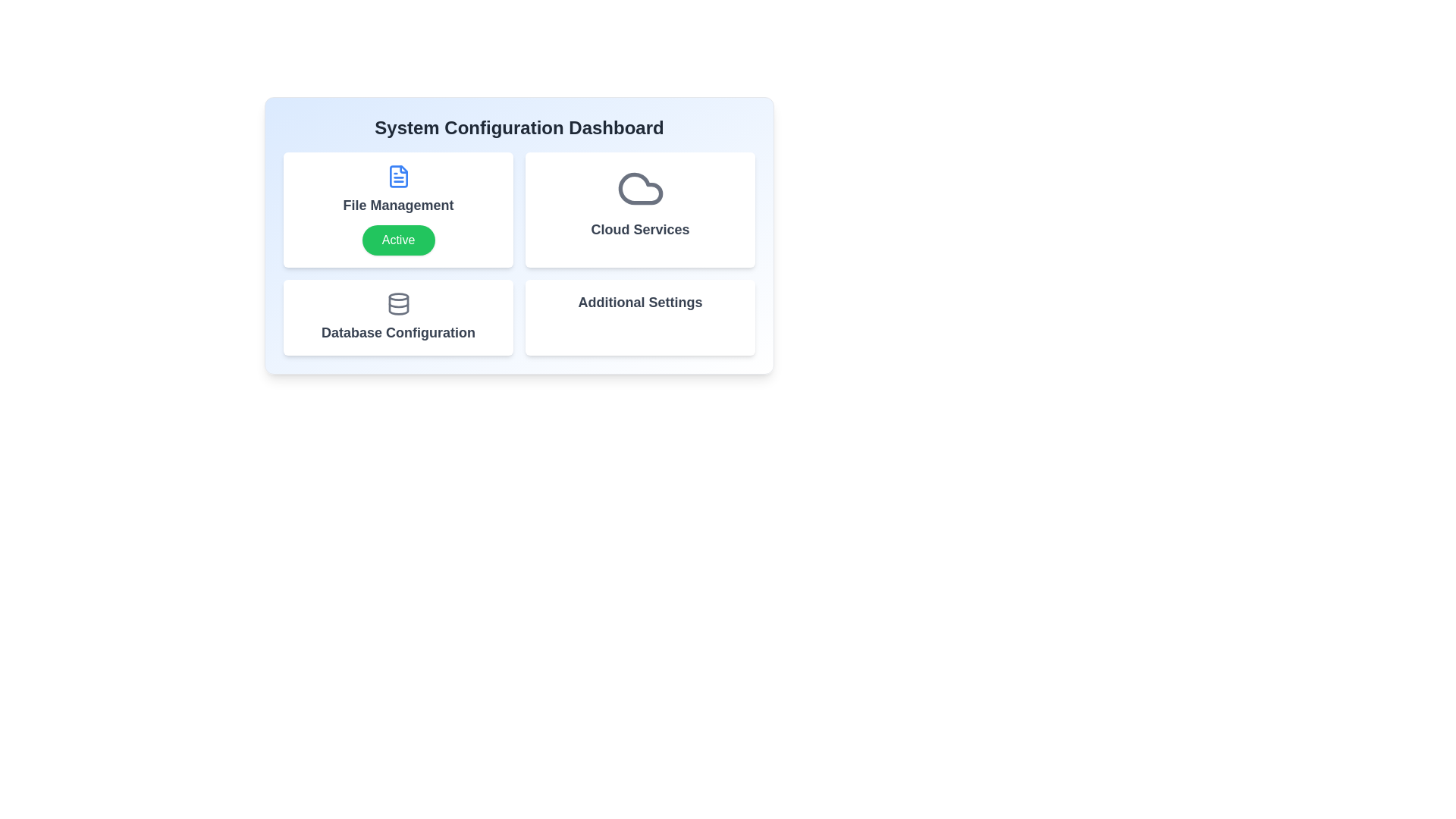  Describe the element at coordinates (640, 230) in the screenshot. I see `the label indicating cloud services at the center bottom of the white rectangular card located in the upper-right section of the interface` at that location.